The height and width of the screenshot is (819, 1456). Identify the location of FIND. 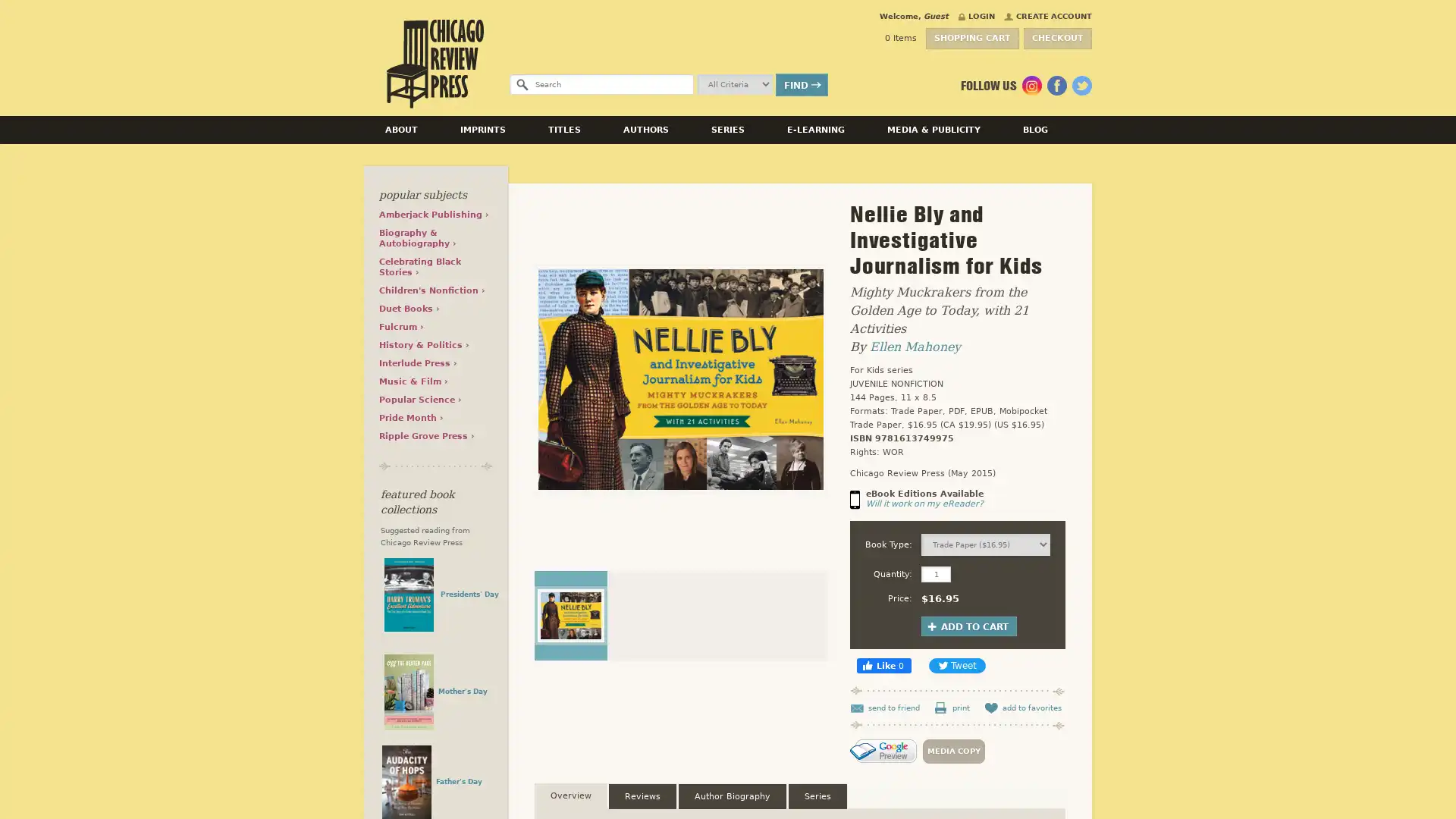
(801, 84).